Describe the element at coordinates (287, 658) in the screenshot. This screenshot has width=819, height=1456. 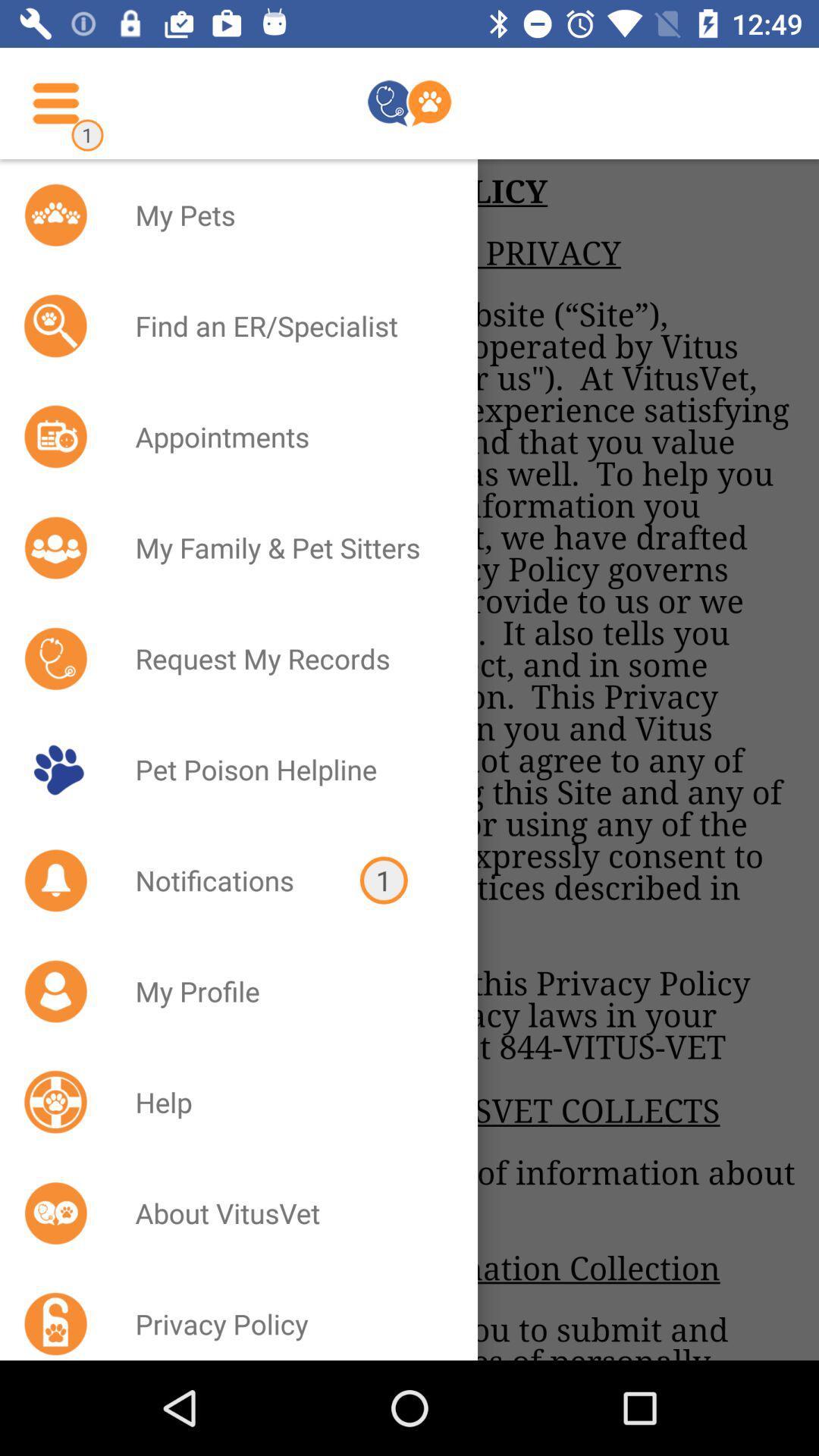
I see `the request my records icon` at that location.